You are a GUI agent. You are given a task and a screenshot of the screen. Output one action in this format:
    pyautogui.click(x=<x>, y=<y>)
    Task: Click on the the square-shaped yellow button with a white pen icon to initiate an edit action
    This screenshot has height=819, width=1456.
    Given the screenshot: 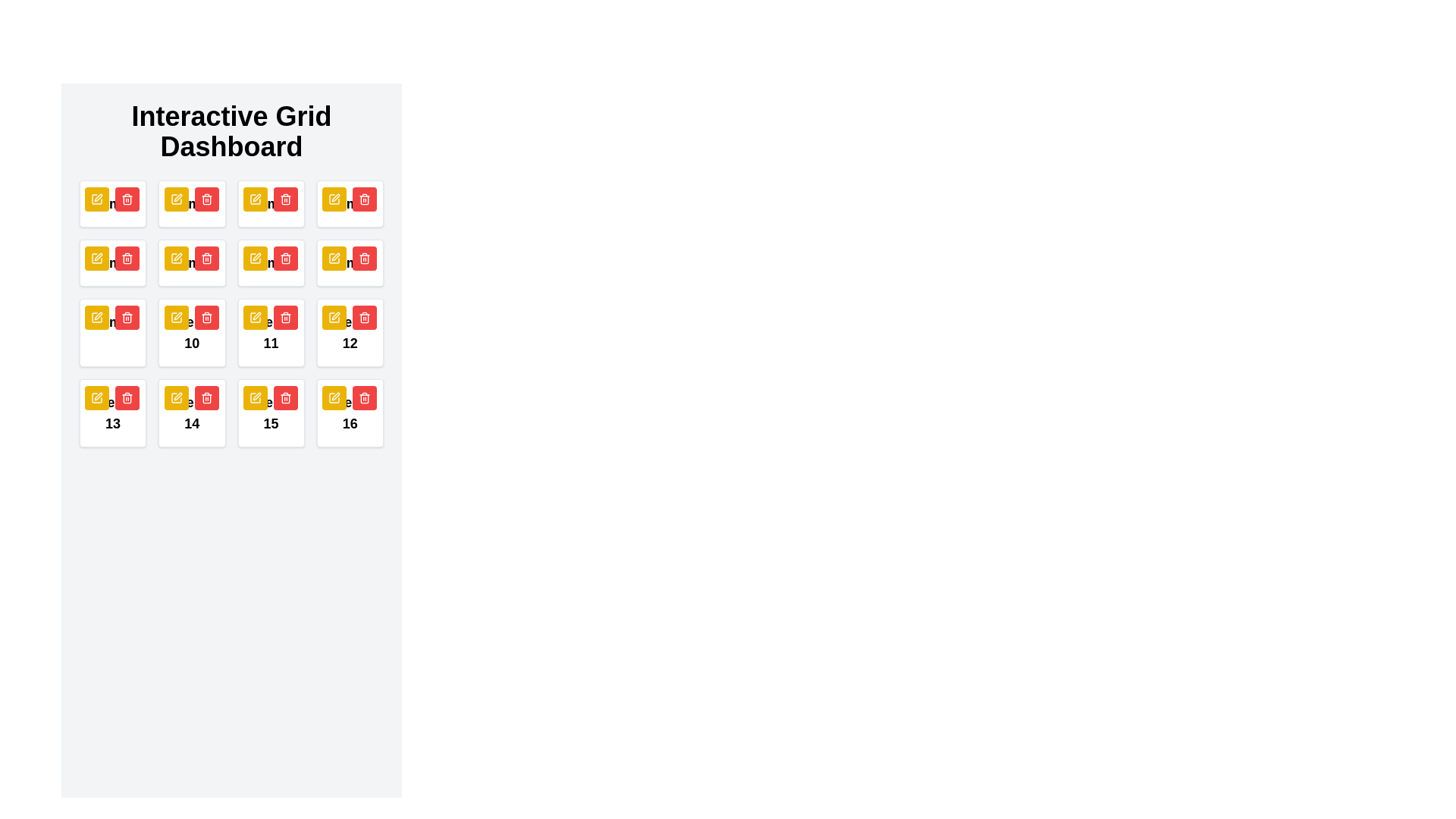 What is the action you would take?
    pyautogui.click(x=255, y=198)
    